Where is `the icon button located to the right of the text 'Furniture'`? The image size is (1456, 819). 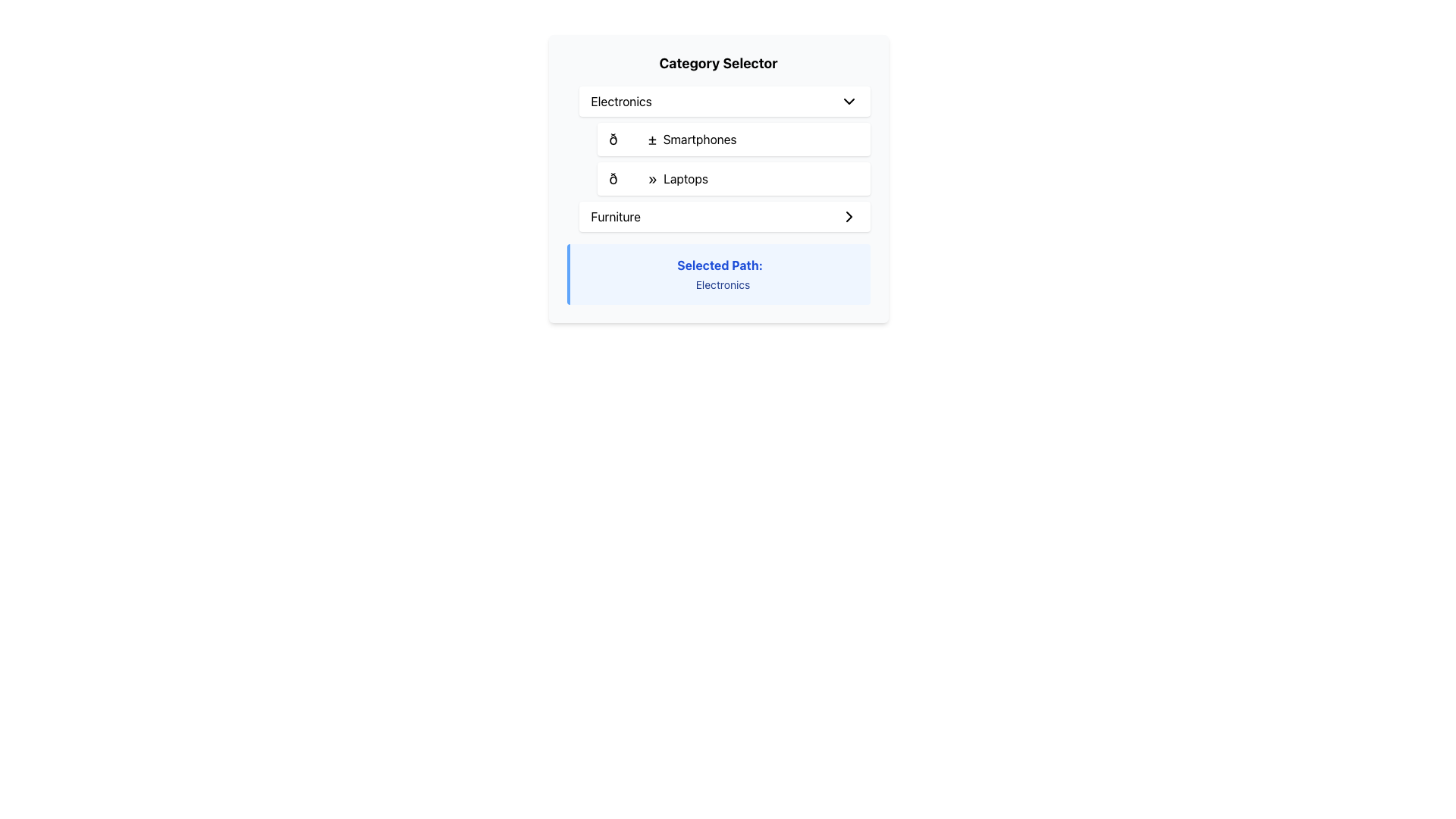 the icon button located to the right of the text 'Furniture' is located at coordinates (848, 216).